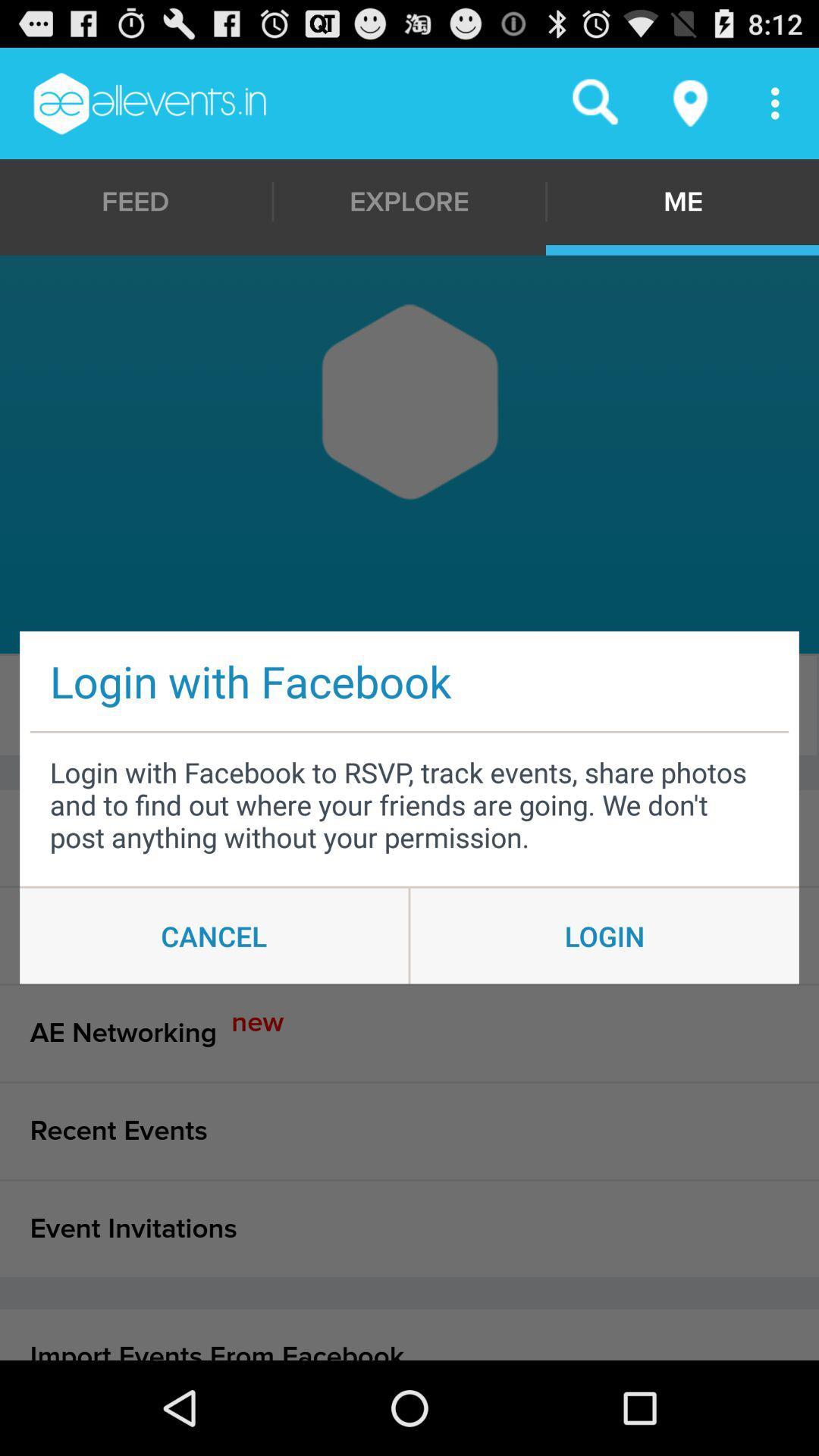 The image size is (819, 1456). Describe the element at coordinates (409, 1131) in the screenshot. I see `recent events item` at that location.